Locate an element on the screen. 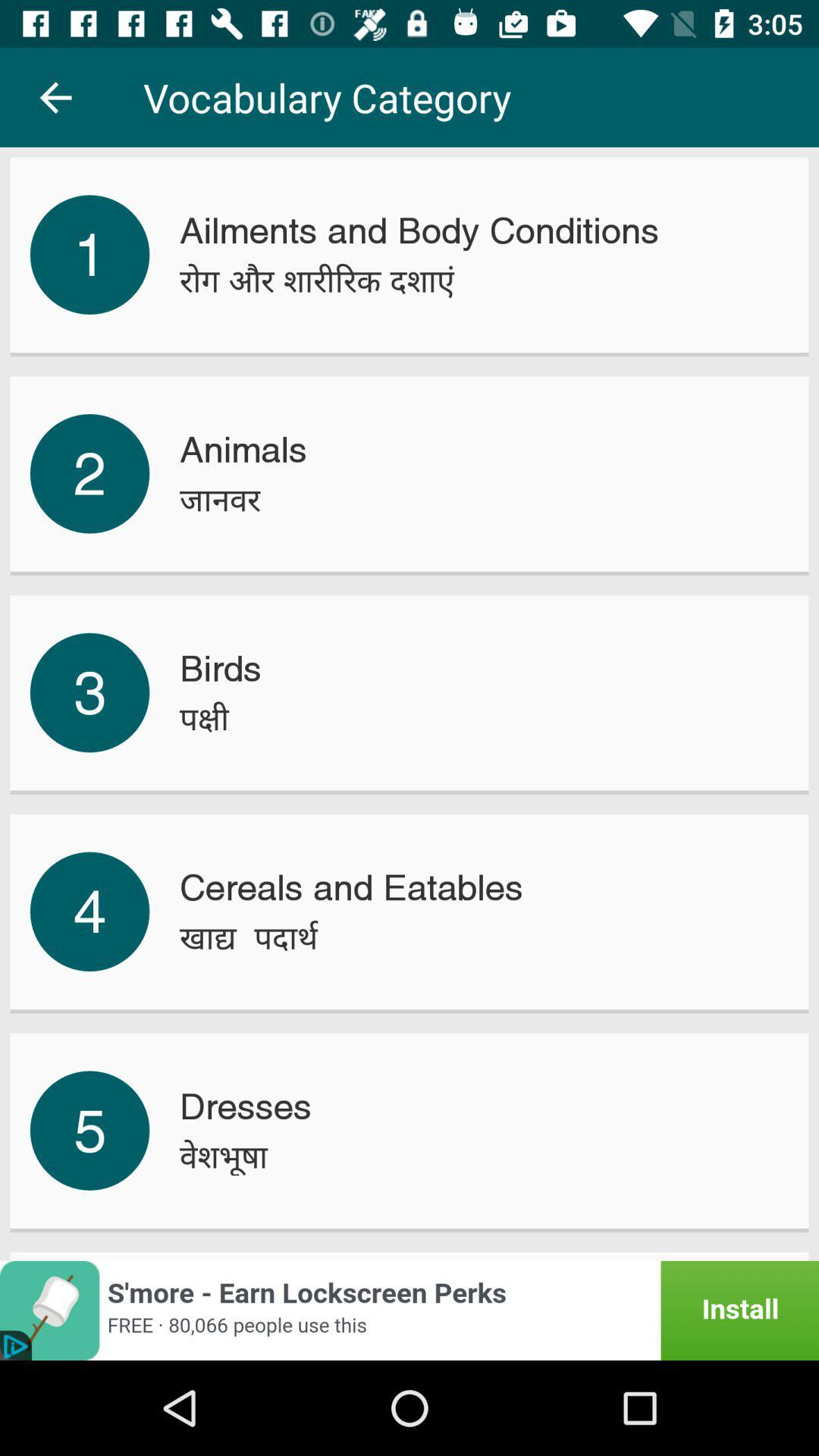 This screenshot has width=819, height=1456. the icon to the right of the 5 is located at coordinates (224, 1156).